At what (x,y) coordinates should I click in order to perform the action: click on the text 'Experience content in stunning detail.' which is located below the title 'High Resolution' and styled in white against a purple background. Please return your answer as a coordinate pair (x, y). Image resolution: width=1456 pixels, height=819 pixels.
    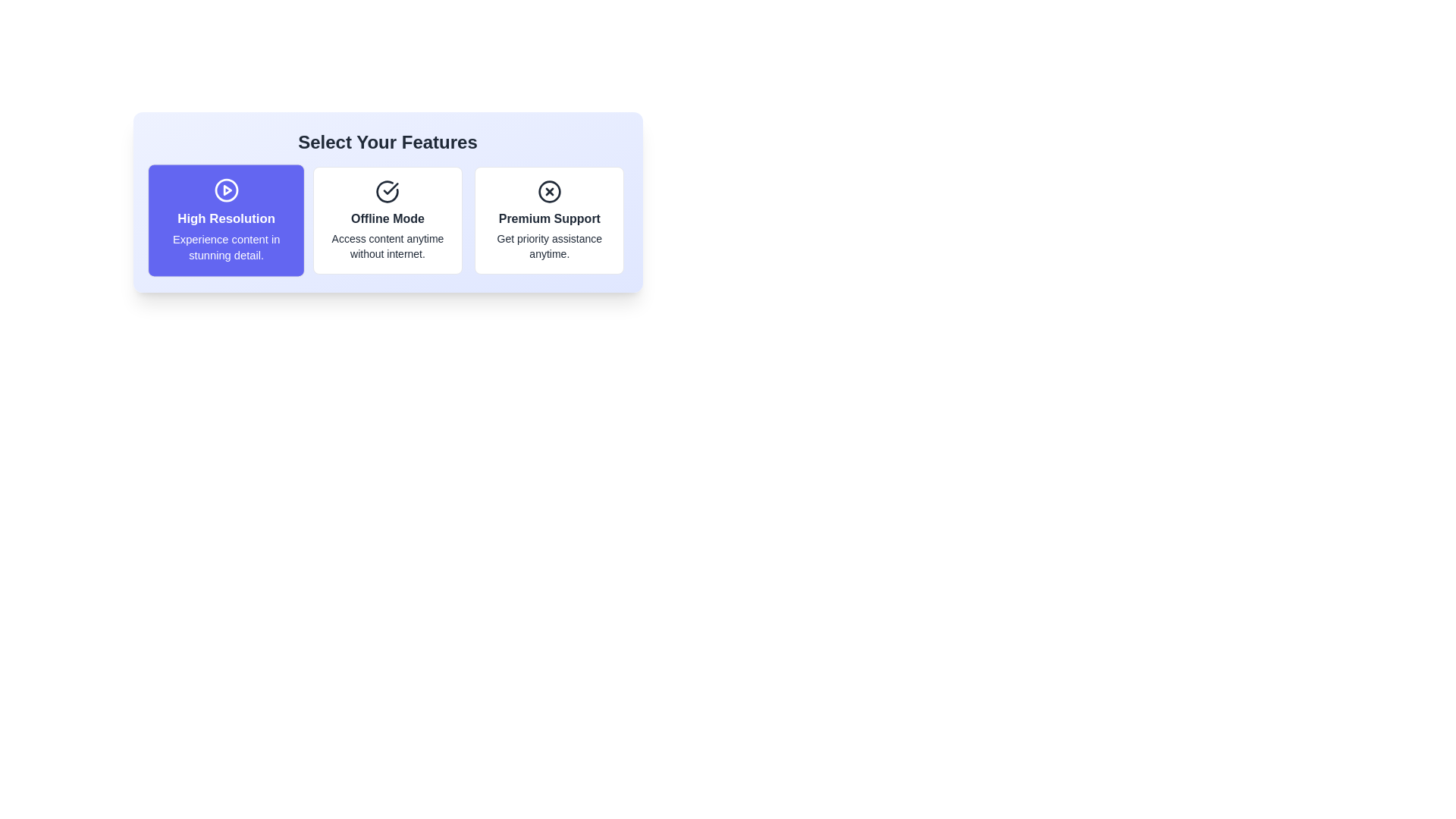
    Looking at the image, I should click on (225, 246).